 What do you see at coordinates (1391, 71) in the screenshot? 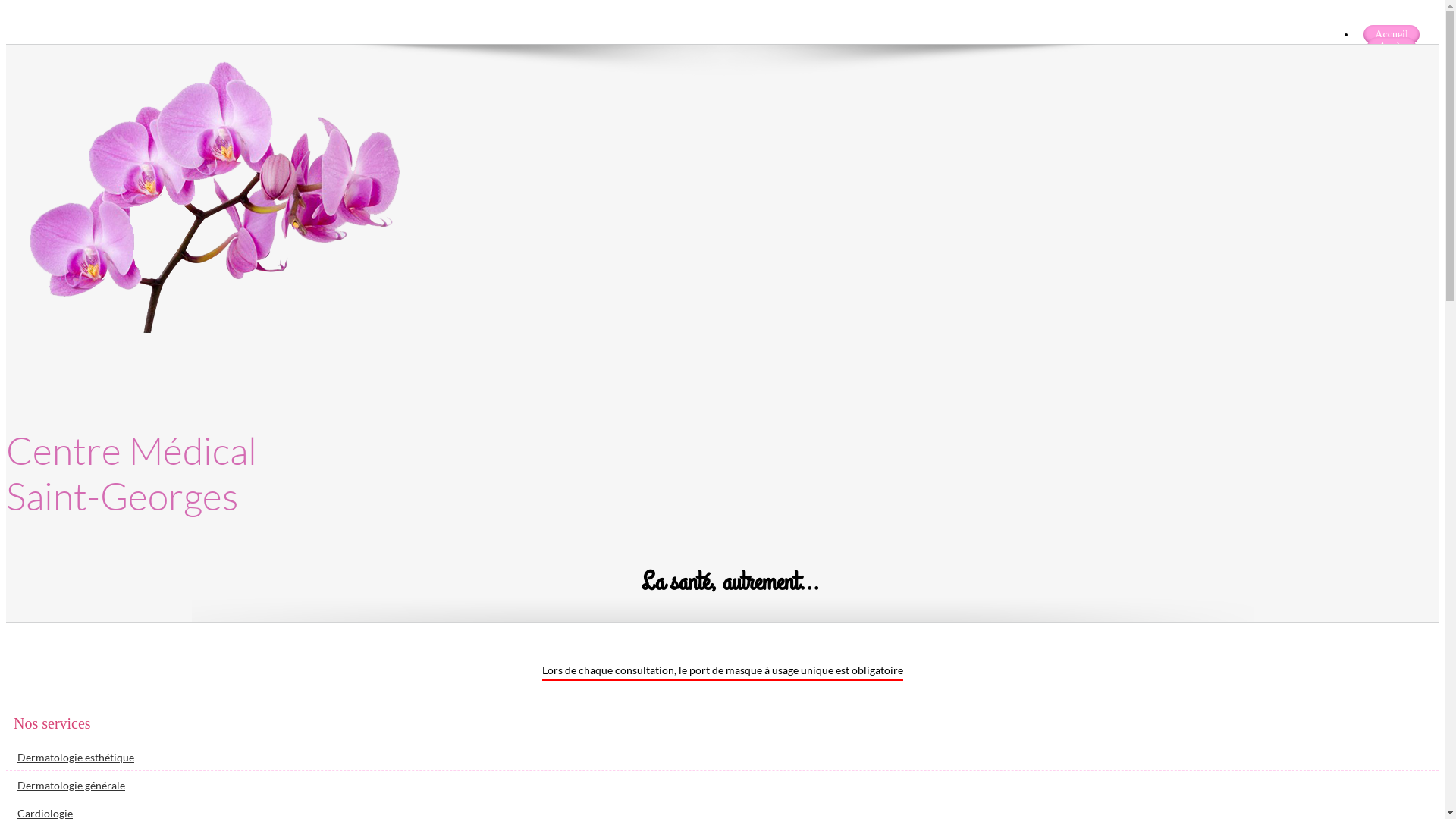
I see `'Documents'` at bounding box center [1391, 71].